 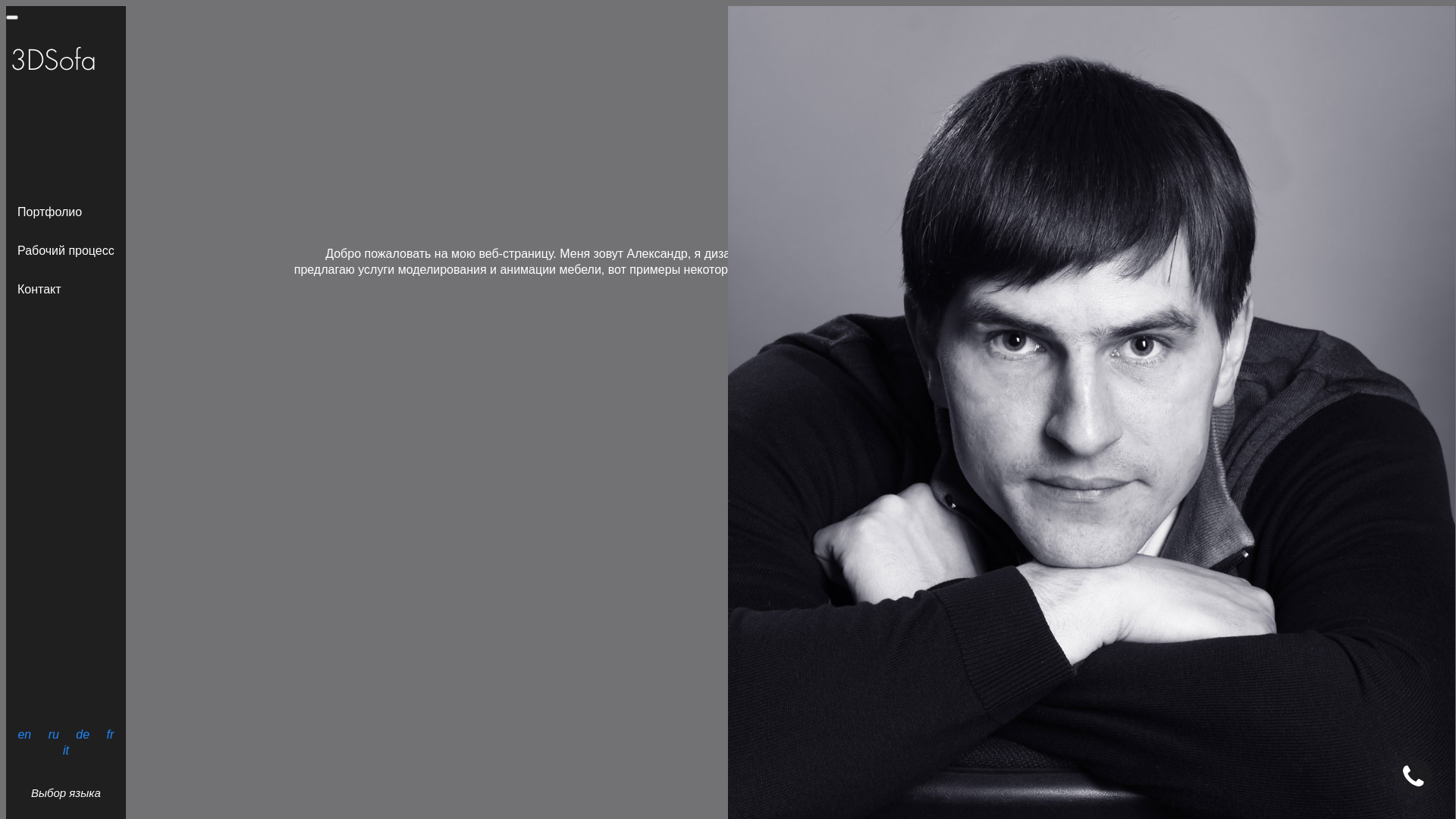 What do you see at coordinates (11, 17) in the screenshot?
I see `'3DSofa'` at bounding box center [11, 17].